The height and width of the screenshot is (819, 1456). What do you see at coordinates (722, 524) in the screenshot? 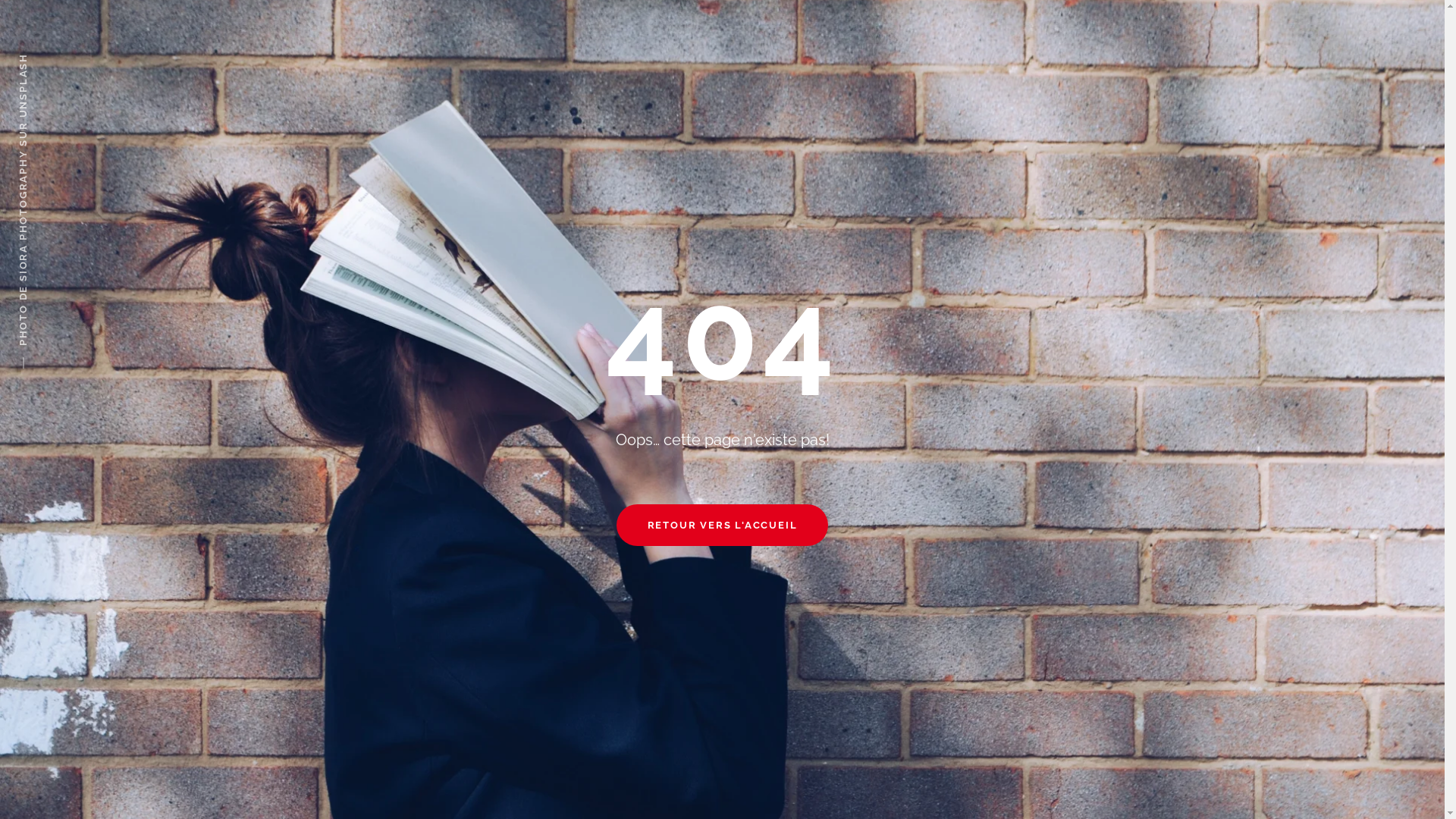
I see `'RETOUR VERS L'ACCUEIL'` at bounding box center [722, 524].